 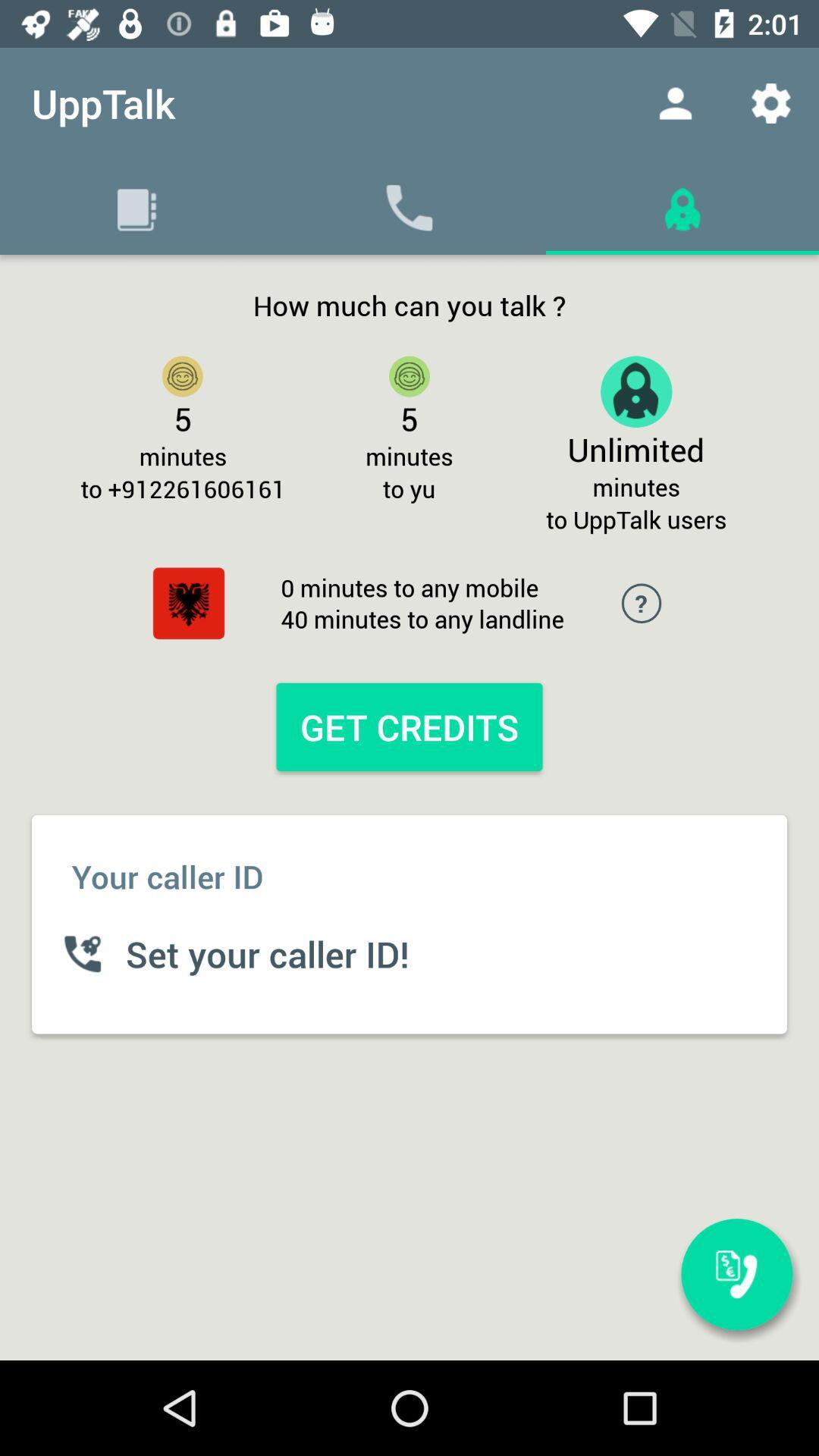 What do you see at coordinates (736, 1274) in the screenshot?
I see `the icon below the to upptalk users icon` at bounding box center [736, 1274].